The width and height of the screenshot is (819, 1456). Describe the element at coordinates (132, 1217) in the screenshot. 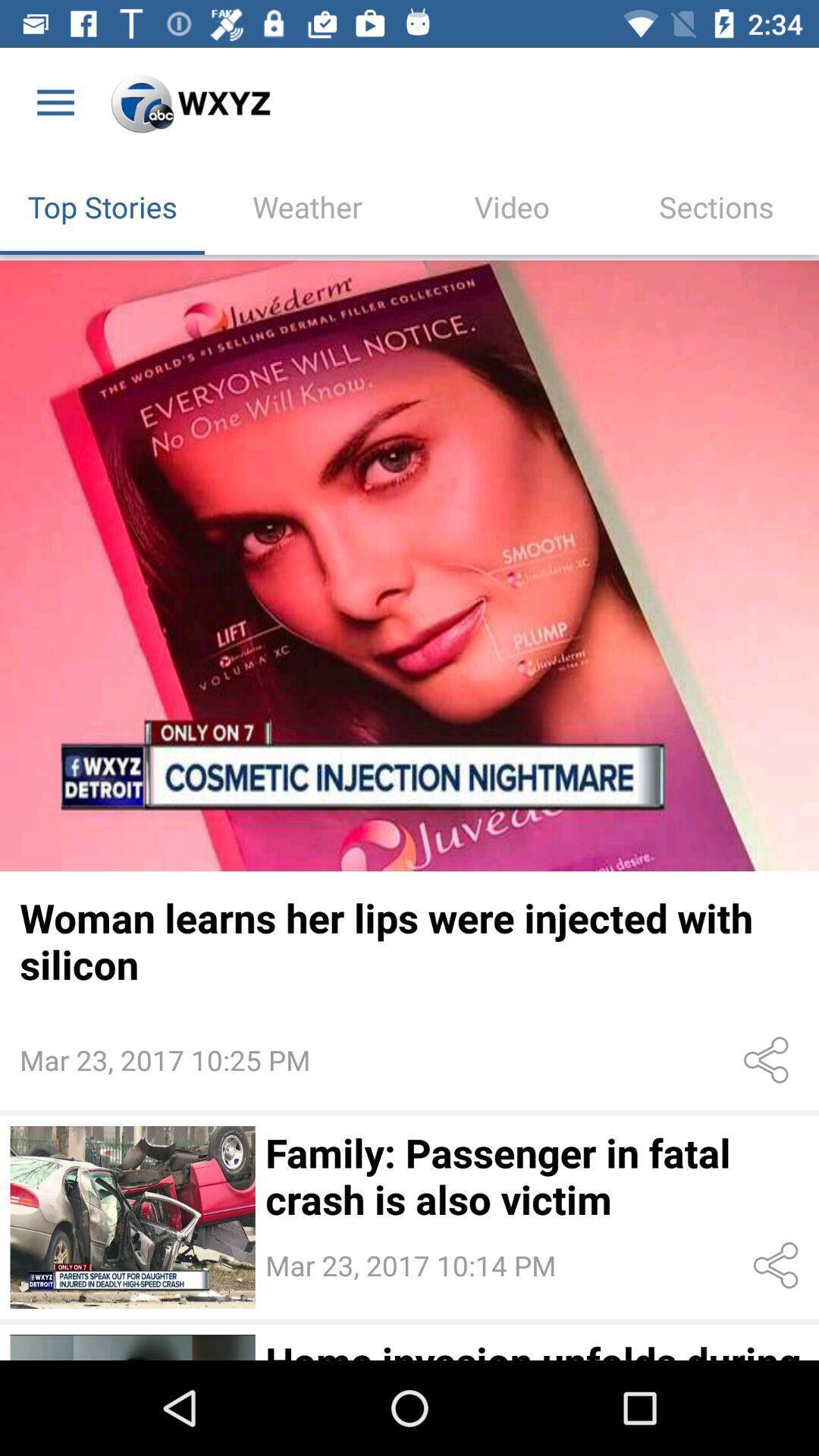

I see `the image which is left hand side of family passenger in fatal crash is also victim` at that location.